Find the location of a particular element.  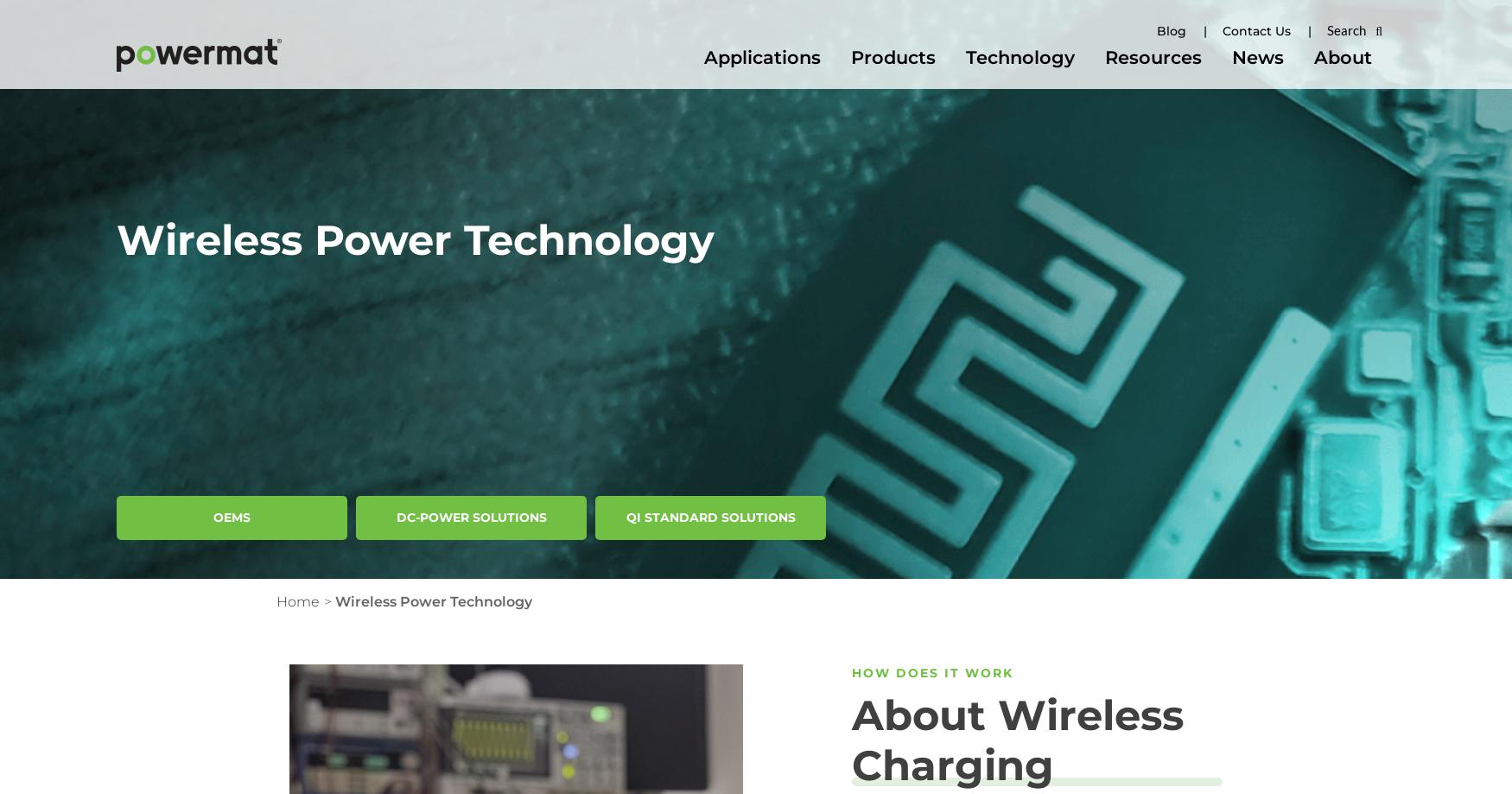

'Products' is located at coordinates (893, 57).